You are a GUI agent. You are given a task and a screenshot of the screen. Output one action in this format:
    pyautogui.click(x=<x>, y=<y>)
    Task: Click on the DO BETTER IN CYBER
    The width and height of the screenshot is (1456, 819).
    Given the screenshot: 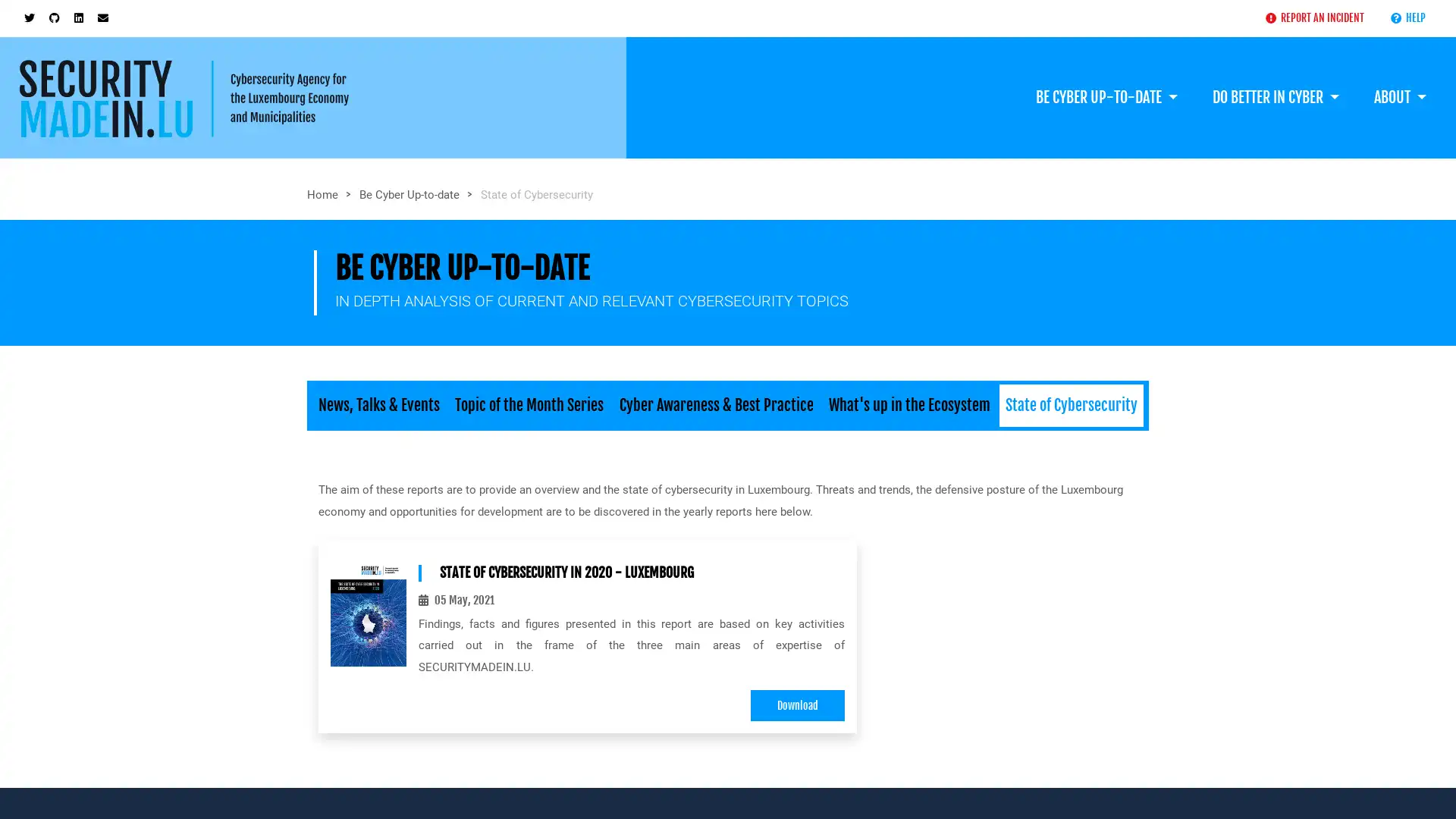 What is the action you would take?
    pyautogui.click(x=1274, y=82)
    